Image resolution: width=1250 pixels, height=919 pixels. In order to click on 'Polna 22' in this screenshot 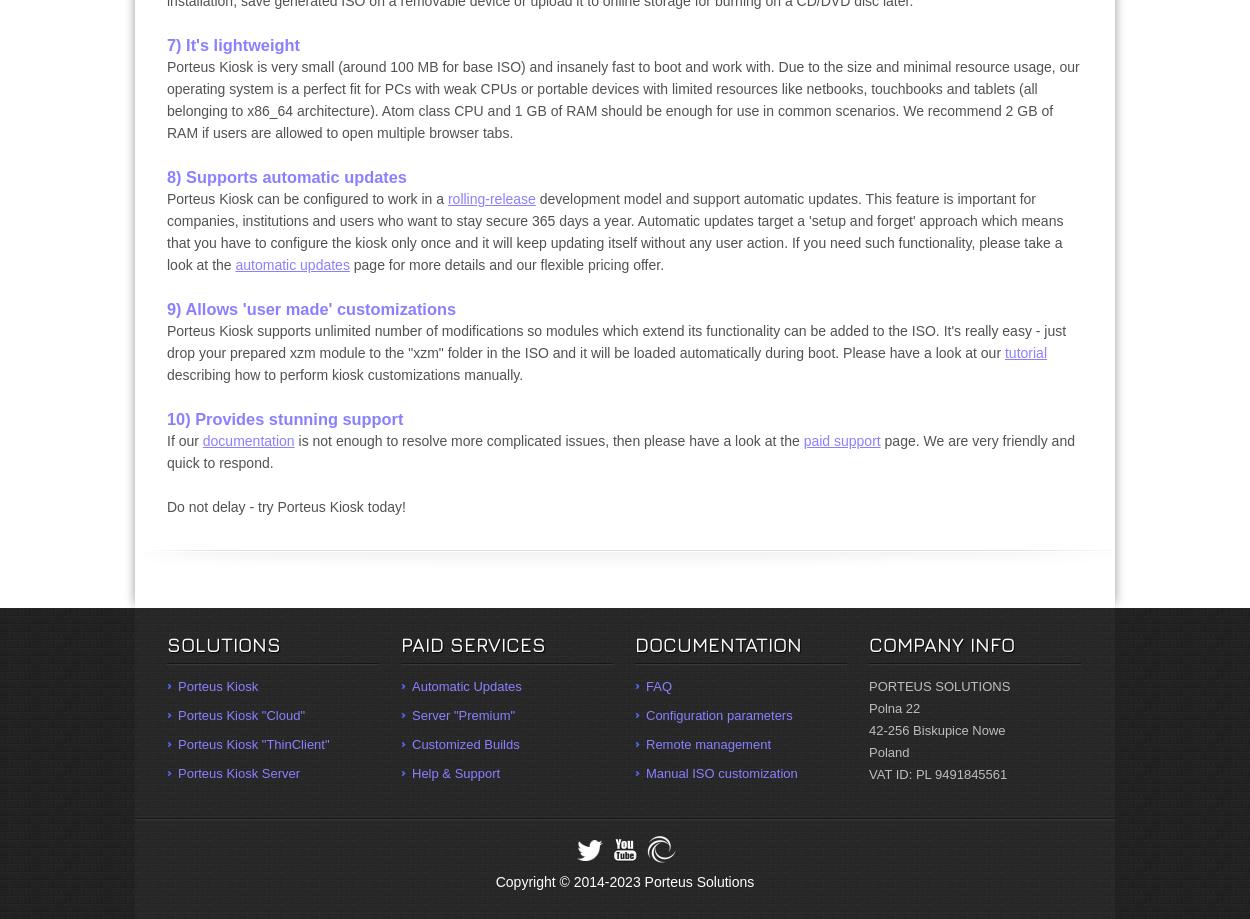, I will do `click(894, 707)`.